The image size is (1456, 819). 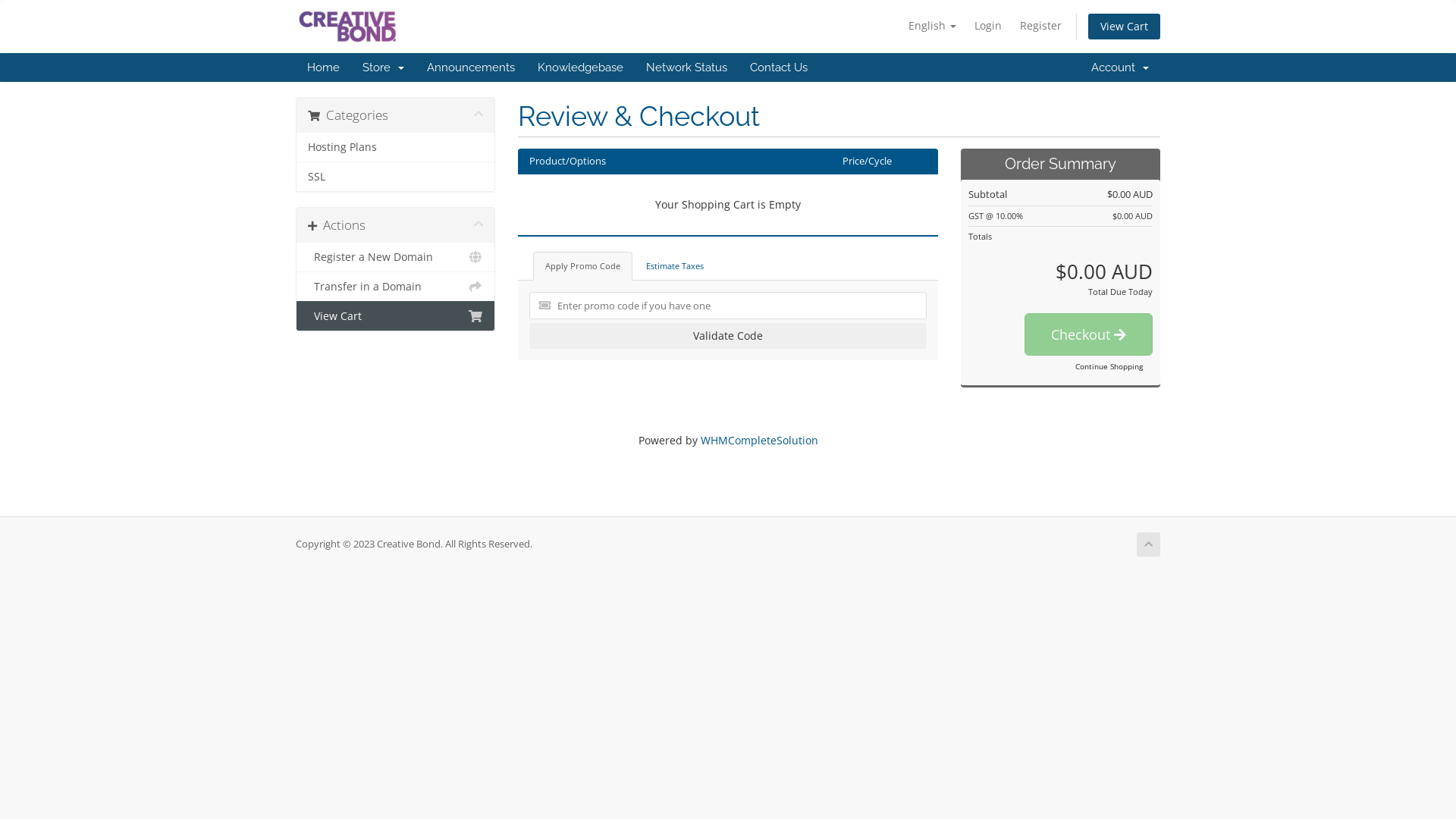 I want to click on 'Validate Code', so click(x=728, y=335).